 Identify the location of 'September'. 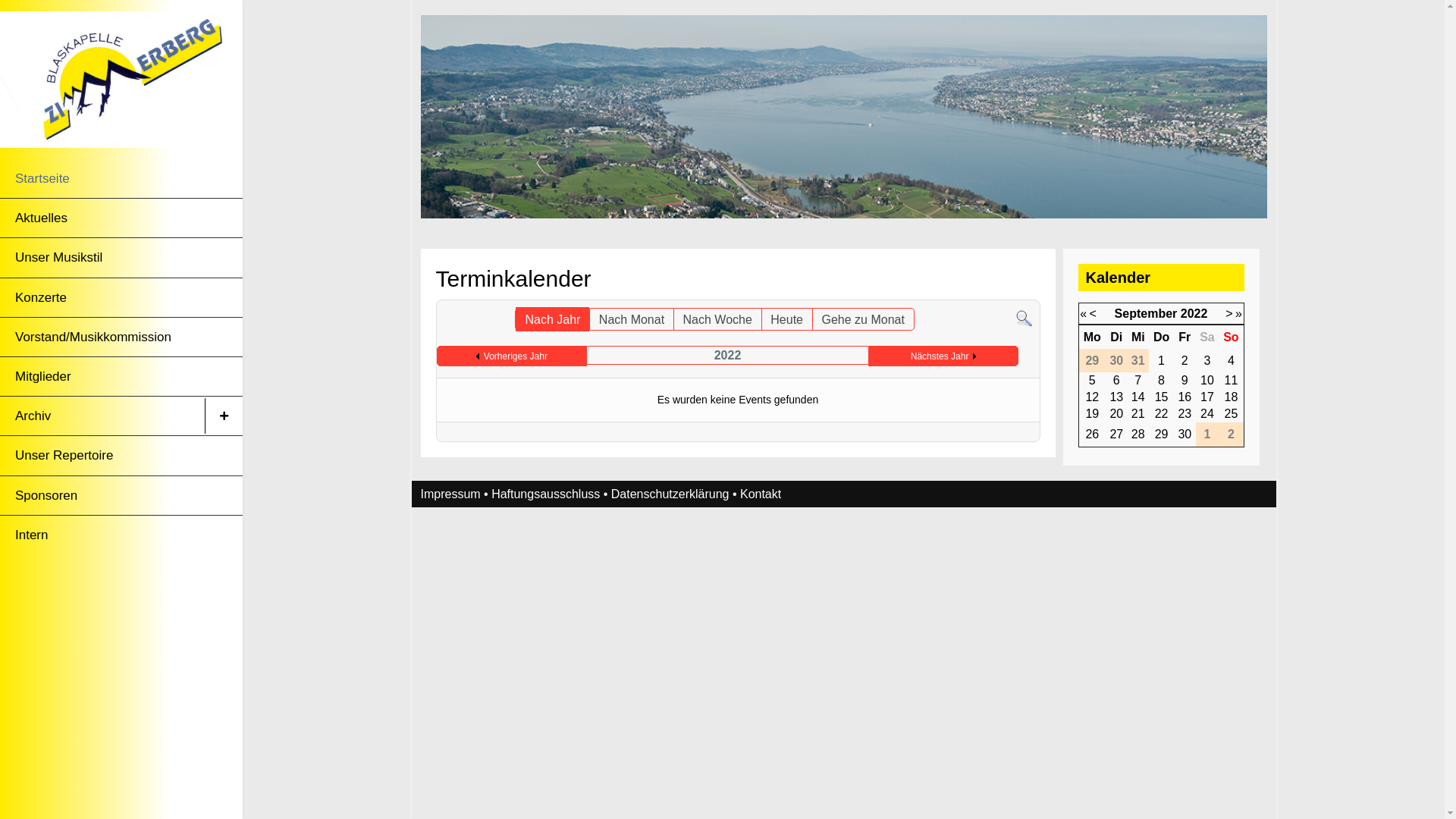
(1146, 312).